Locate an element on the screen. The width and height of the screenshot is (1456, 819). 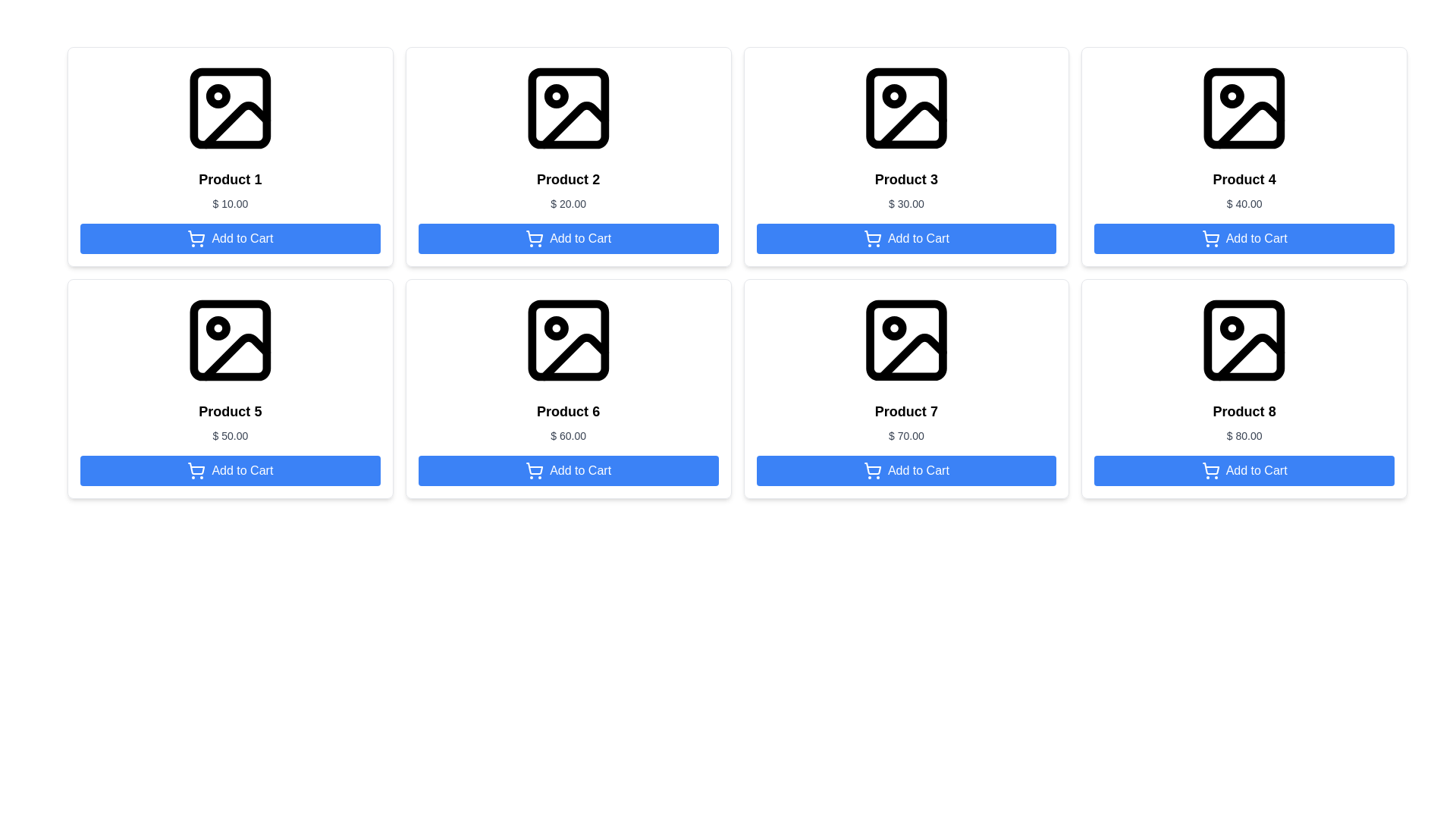
the 'Add to Cart' icon located in the sixth product card, which is part of a grid layout in the second row and second column is located at coordinates (535, 470).